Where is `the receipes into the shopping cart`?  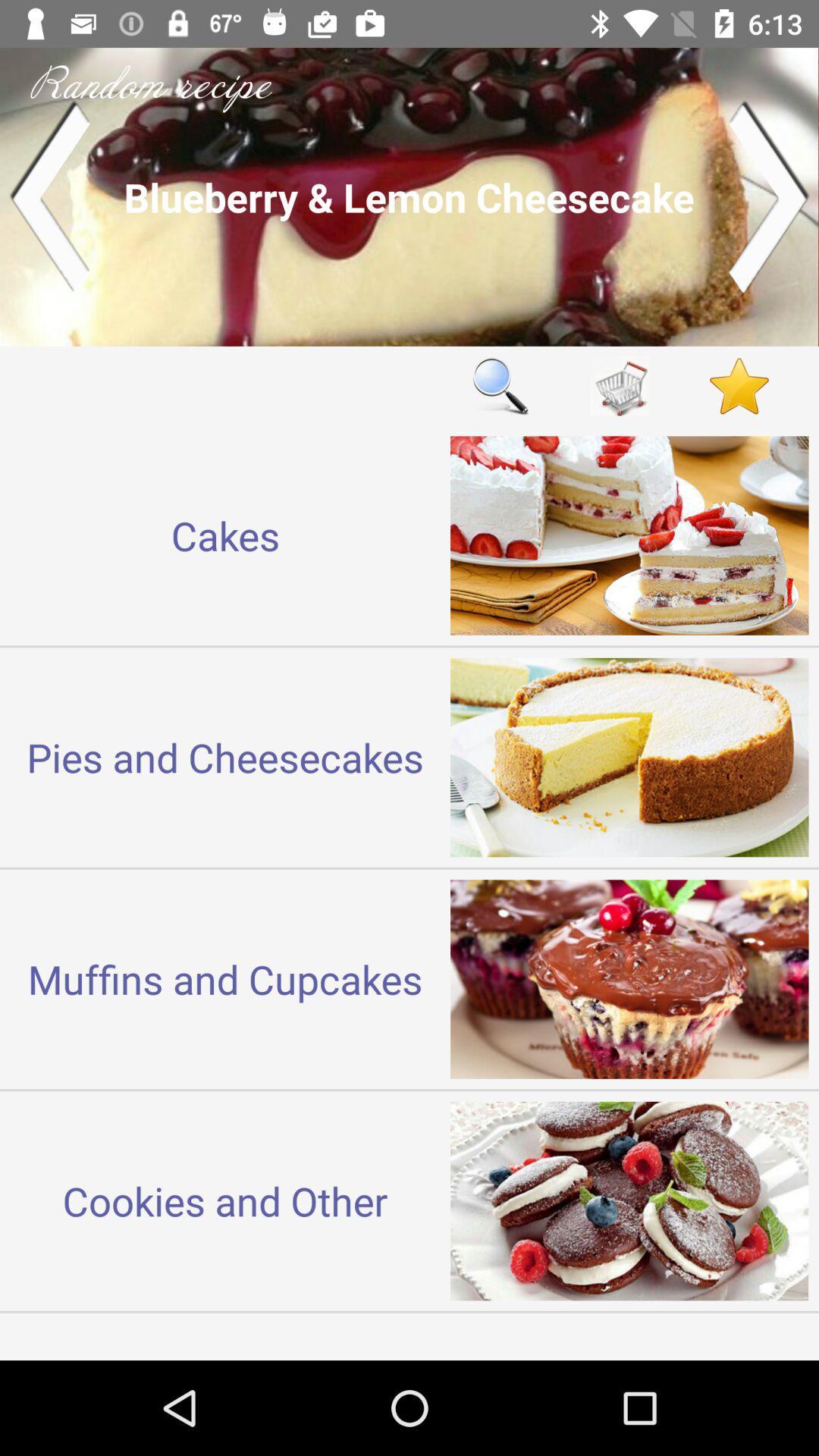 the receipes into the shopping cart is located at coordinates (620, 386).